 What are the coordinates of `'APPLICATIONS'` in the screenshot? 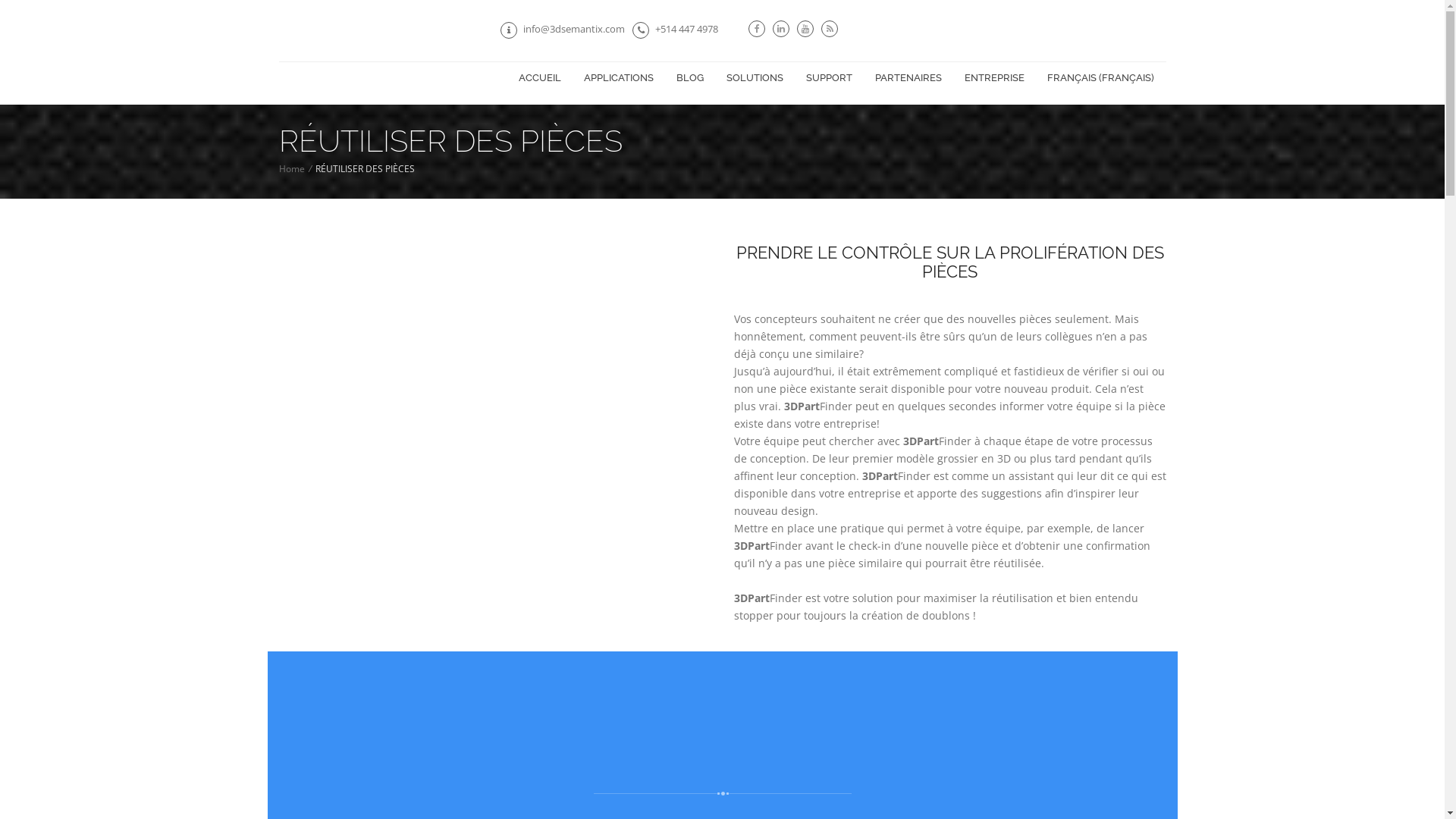 It's located at (618, 78).